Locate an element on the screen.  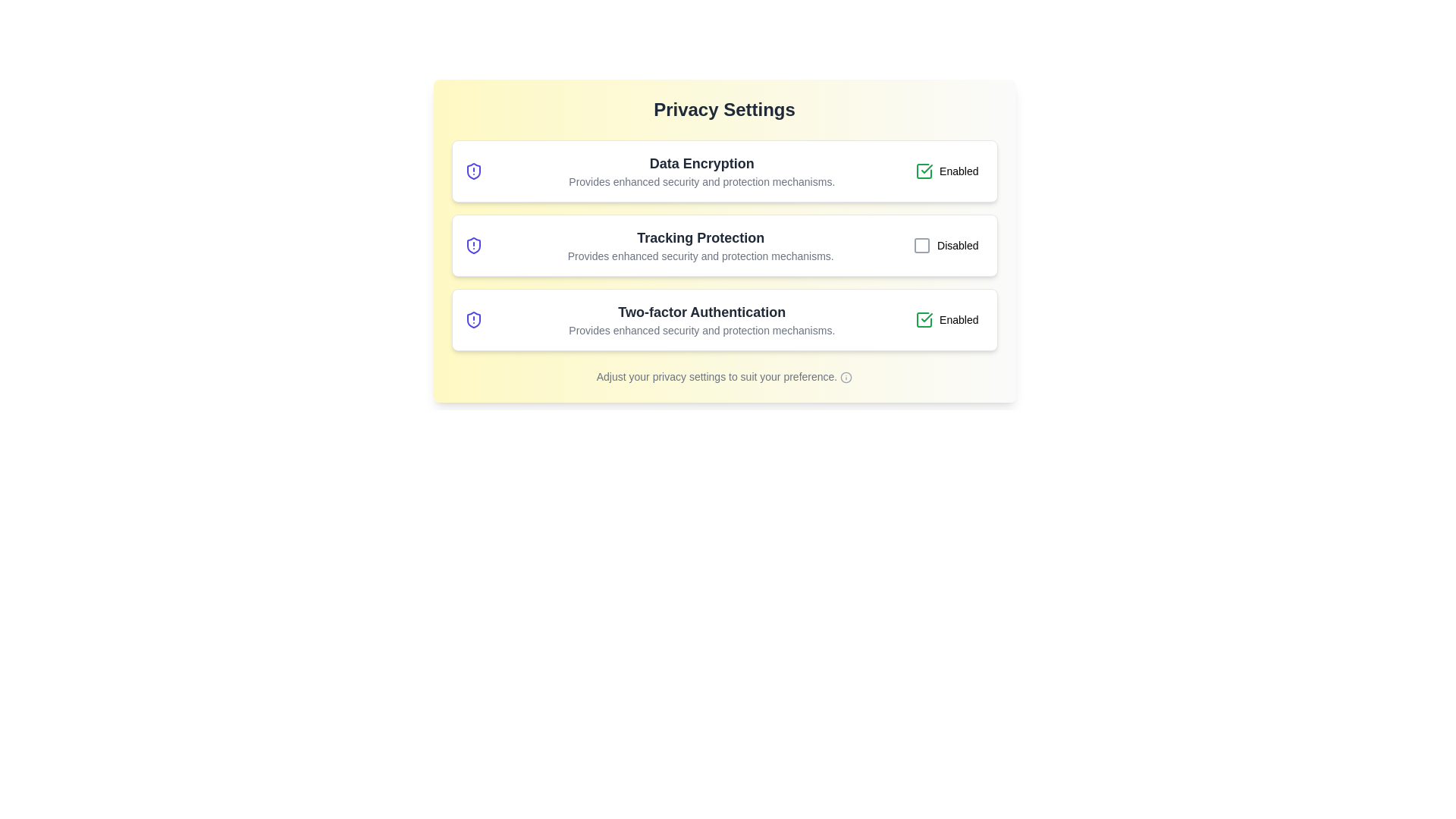
the shield-shaped icon with an alert symbol in the 'Privacy Settings' section, which is the leading icon of the 'Tracking Protection' list item is located at coordinates (472, 245).